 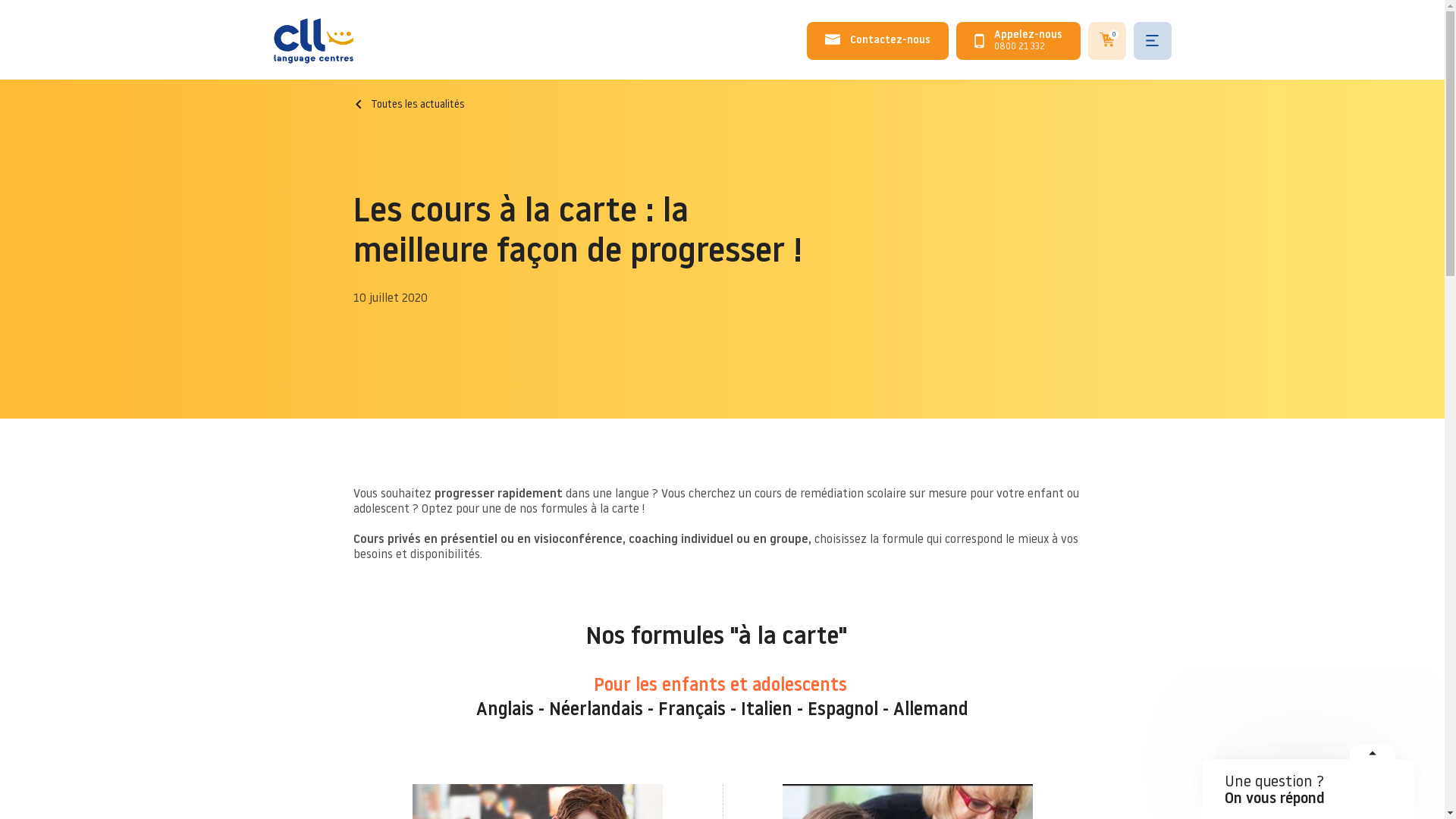 I want to click on 'Ouvrir la modal', so click(x=1372, y=758).